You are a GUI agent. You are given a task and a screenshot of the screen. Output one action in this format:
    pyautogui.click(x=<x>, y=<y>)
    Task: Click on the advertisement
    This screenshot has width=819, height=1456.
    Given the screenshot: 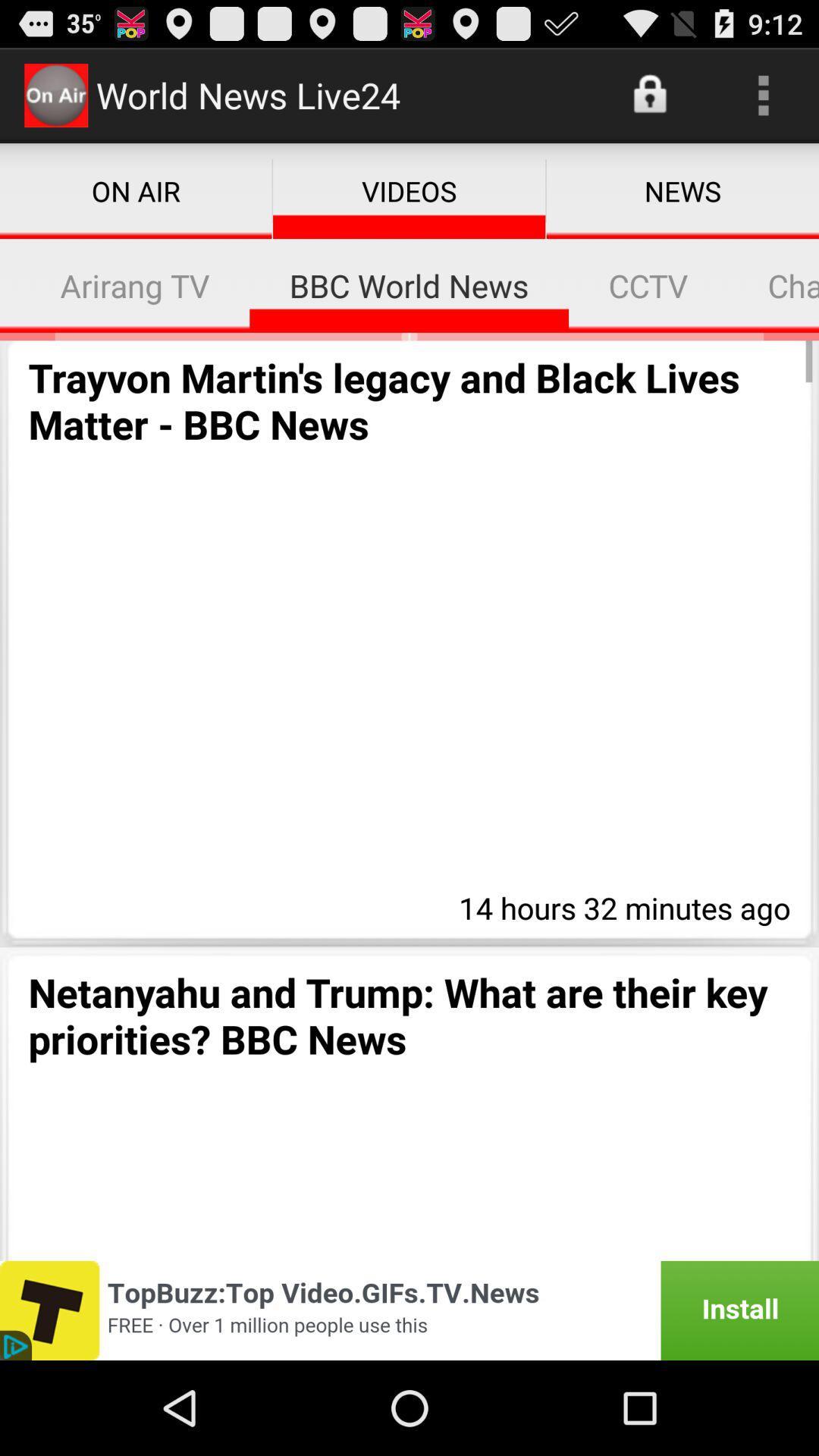 What is the action you would take?
    pyautogui.click(x=409, y=1310)
    